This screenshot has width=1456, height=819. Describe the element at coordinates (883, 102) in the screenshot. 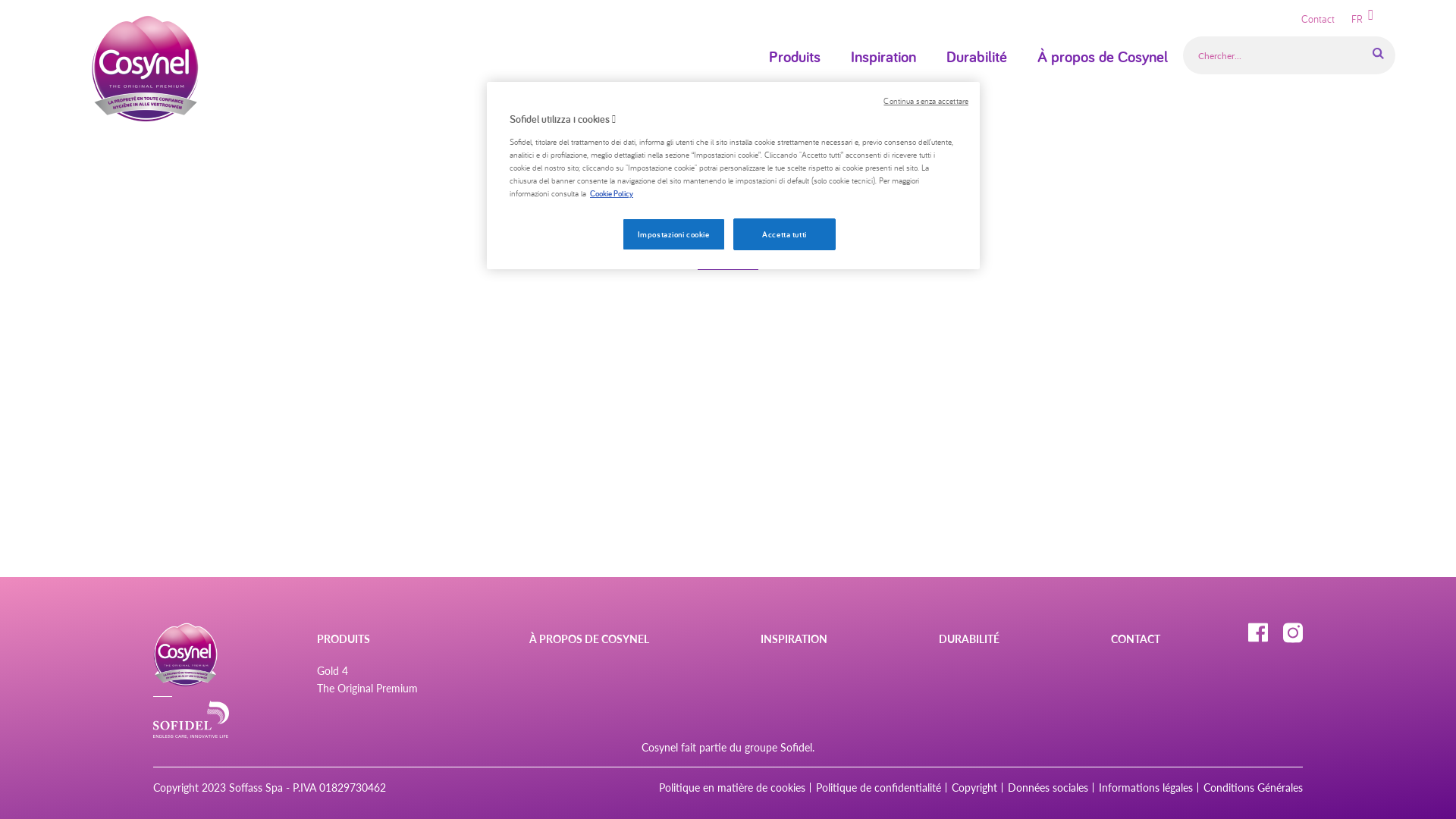

I see `'Continua senza accettare'` at that location.